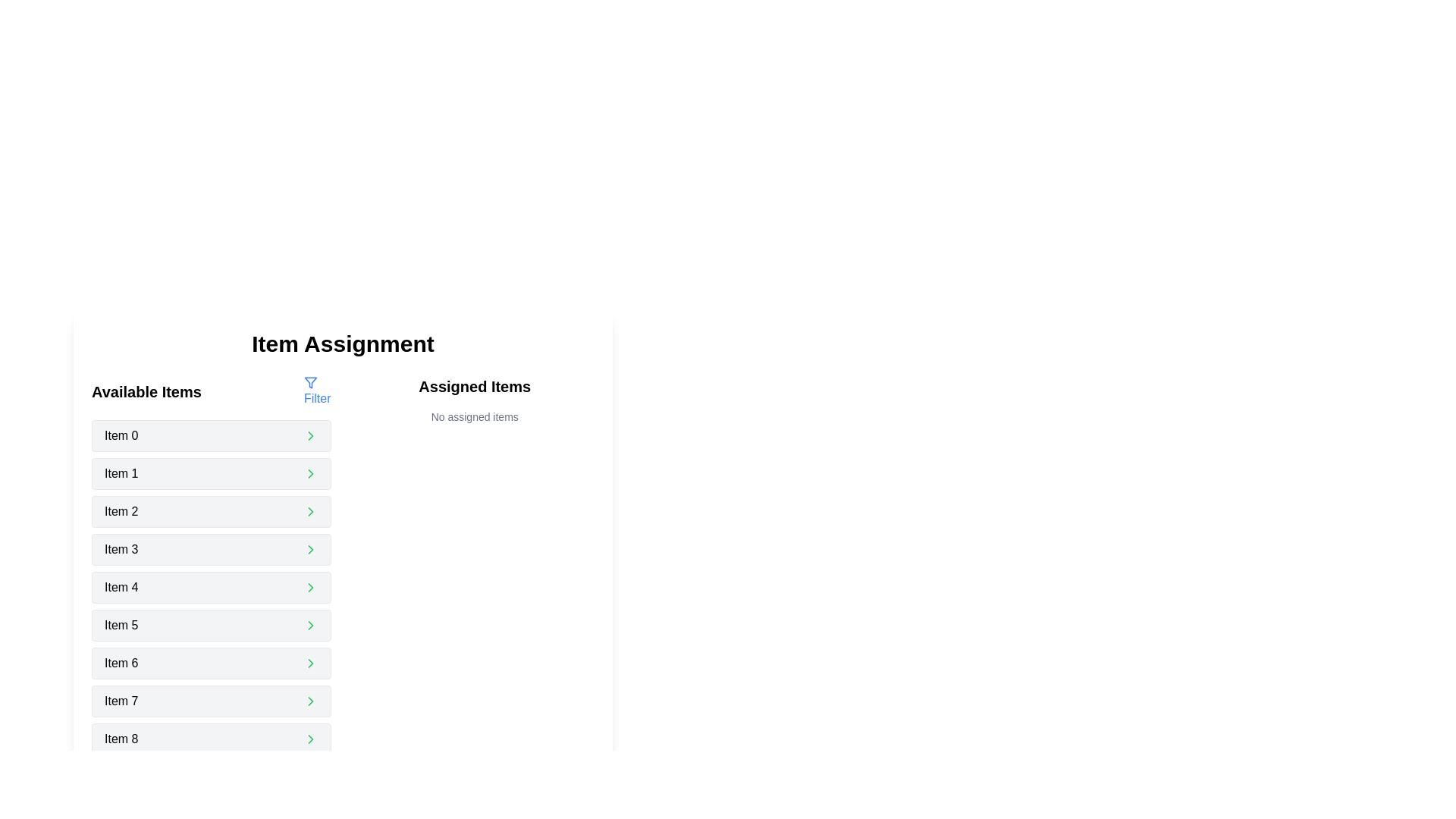 Image resolution: width=1456 pixels, height=819 pixels. I want to click on the chevron arrow icon indicating navigation for 'Item 7' in the 'Available Items' list, so click(309, 701).